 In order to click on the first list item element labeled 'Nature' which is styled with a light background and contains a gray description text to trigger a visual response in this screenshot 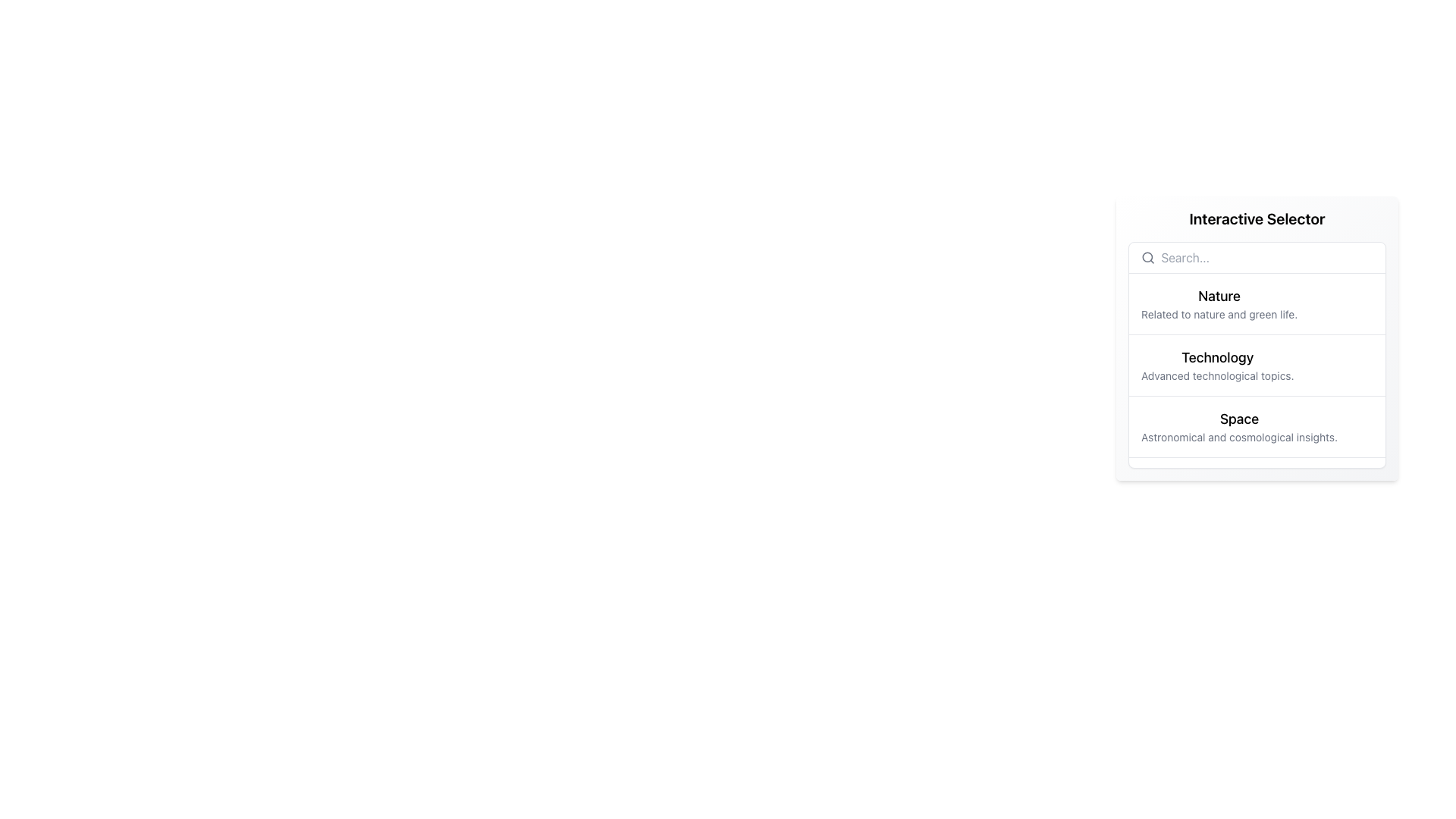, I will do `click(1257, 304)`.